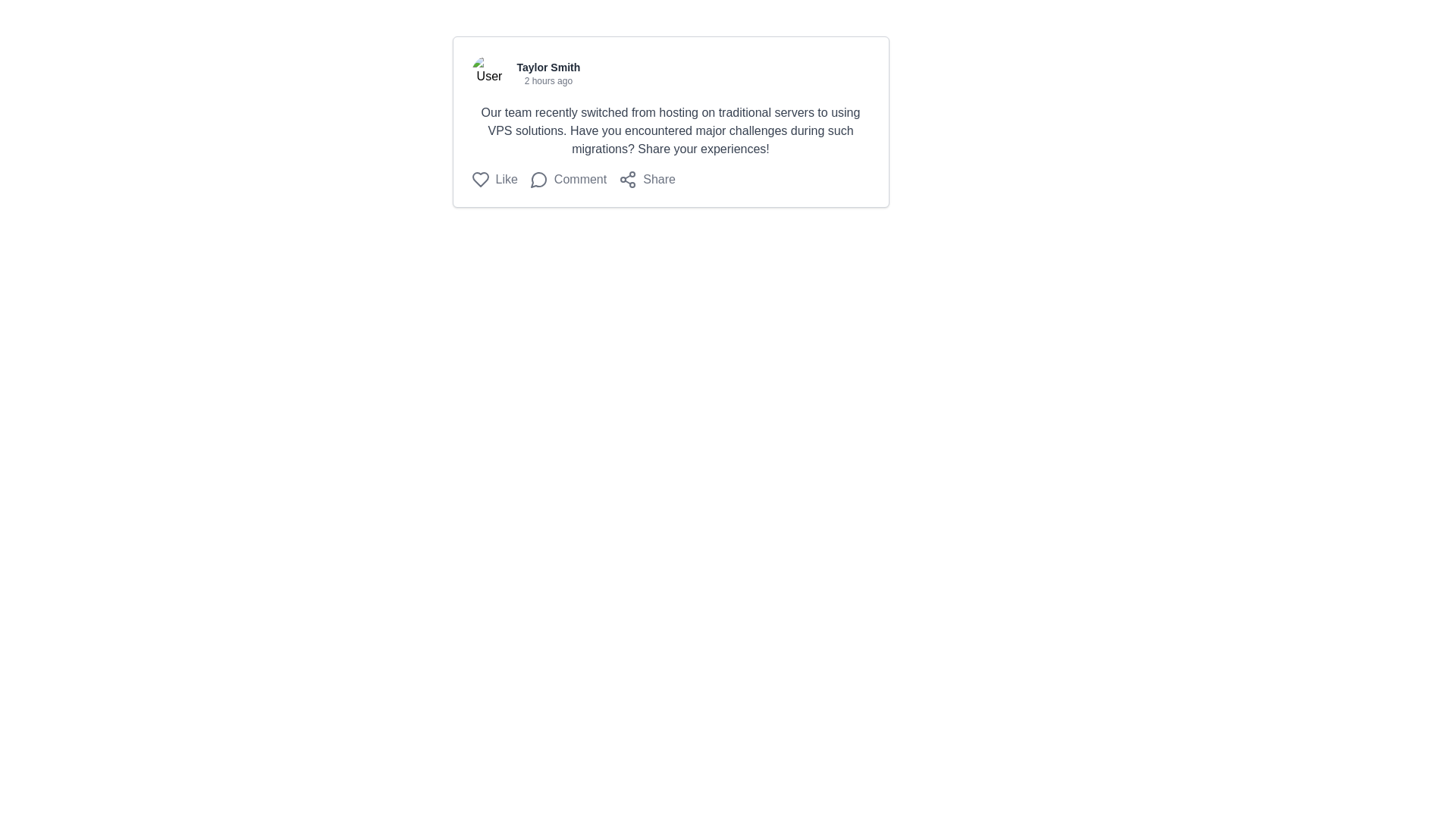 The image size is (1456, 819). What do you see at coordinates (479, 178) in the screenshot?
I see `the heart-shaped icon located at the bottom-left of the post card layout to like the post by Taylor Smith` at bounding box center [479, 178].